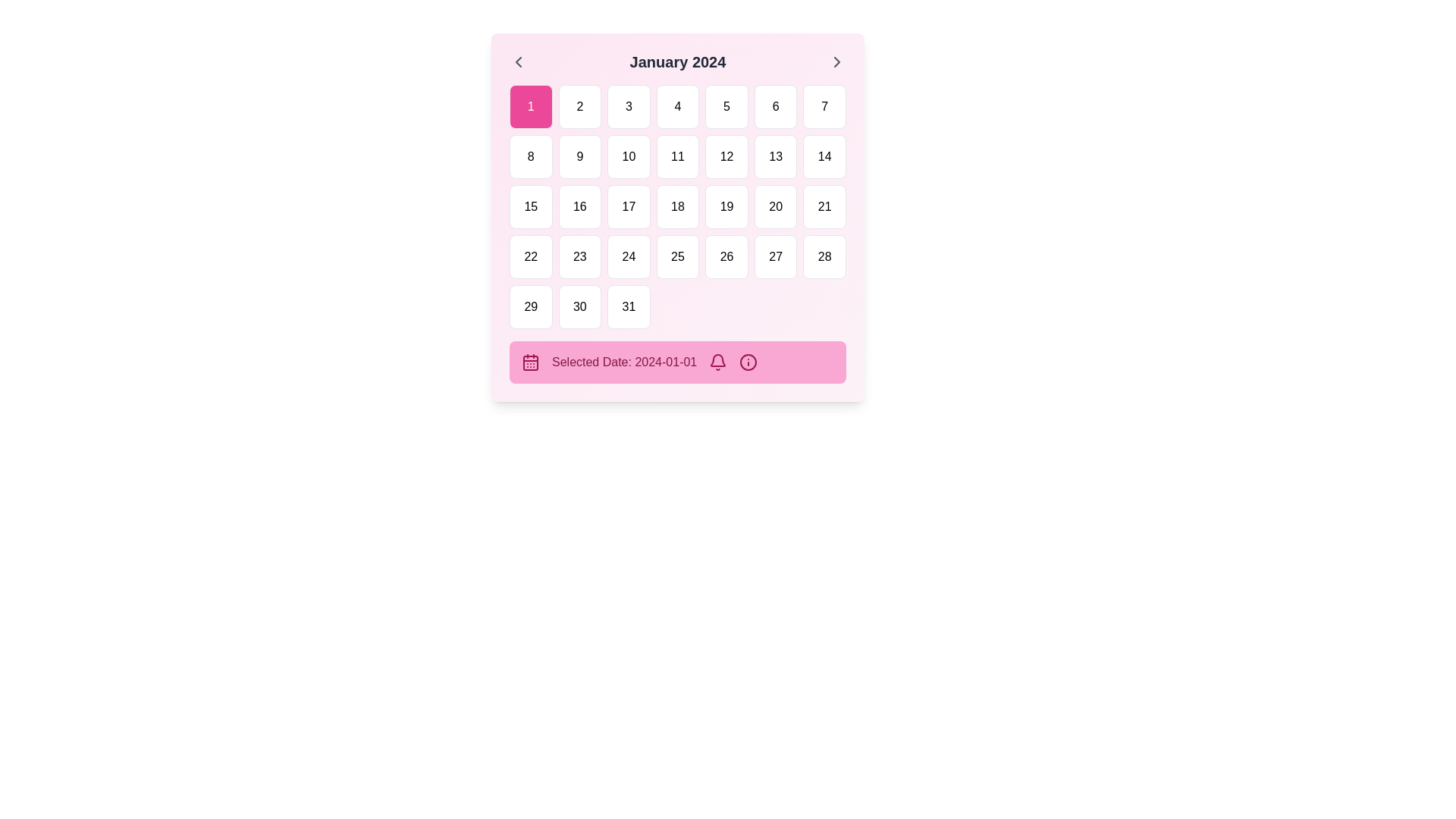 The height and width of the screenshot is (819, 1456). I want to click on the button labeled '2', which is a rectangular button with a rounded border and a white background, so click(579, 106).